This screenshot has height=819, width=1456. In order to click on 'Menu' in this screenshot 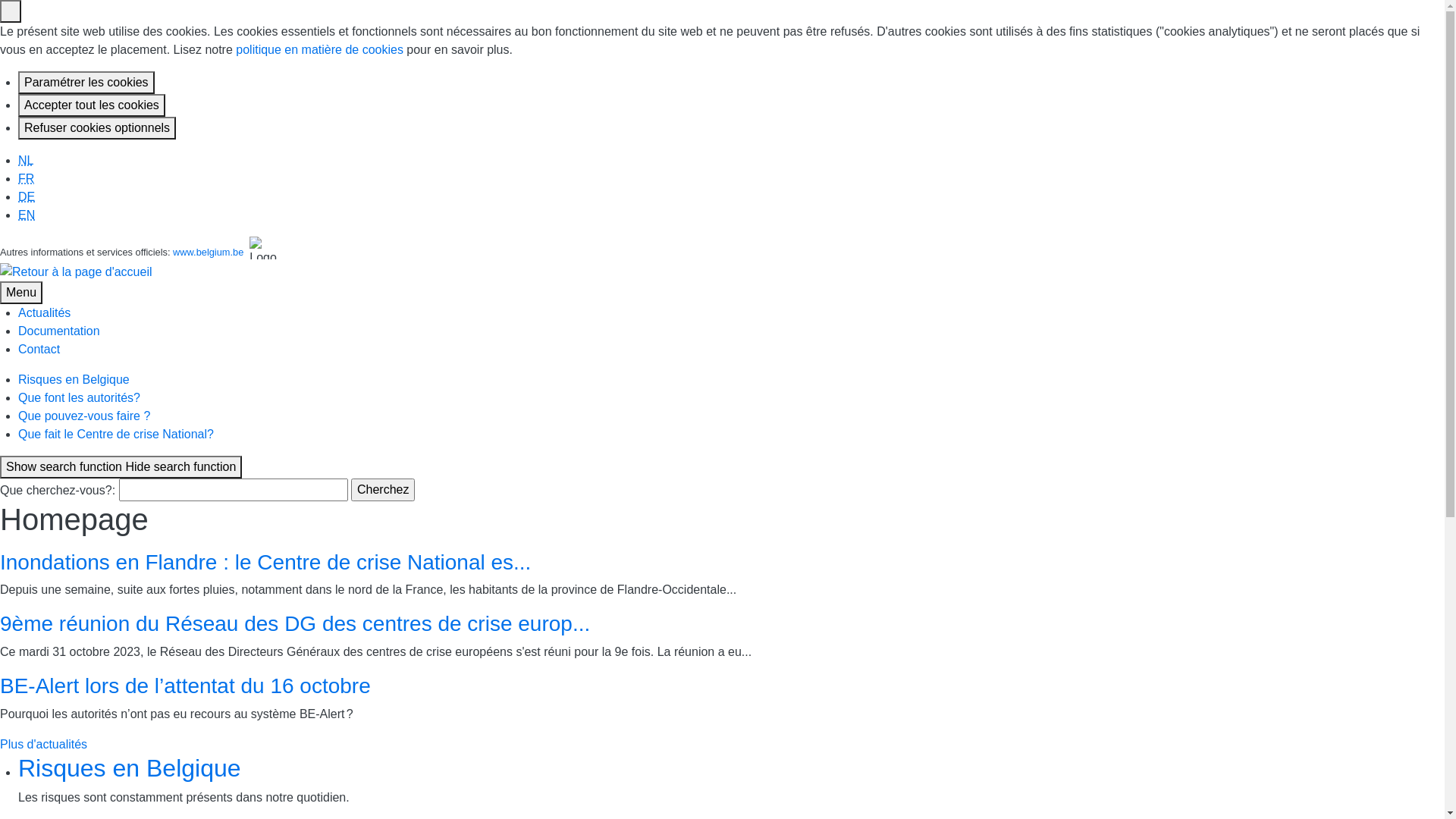, I will do `click(21, 292)`.